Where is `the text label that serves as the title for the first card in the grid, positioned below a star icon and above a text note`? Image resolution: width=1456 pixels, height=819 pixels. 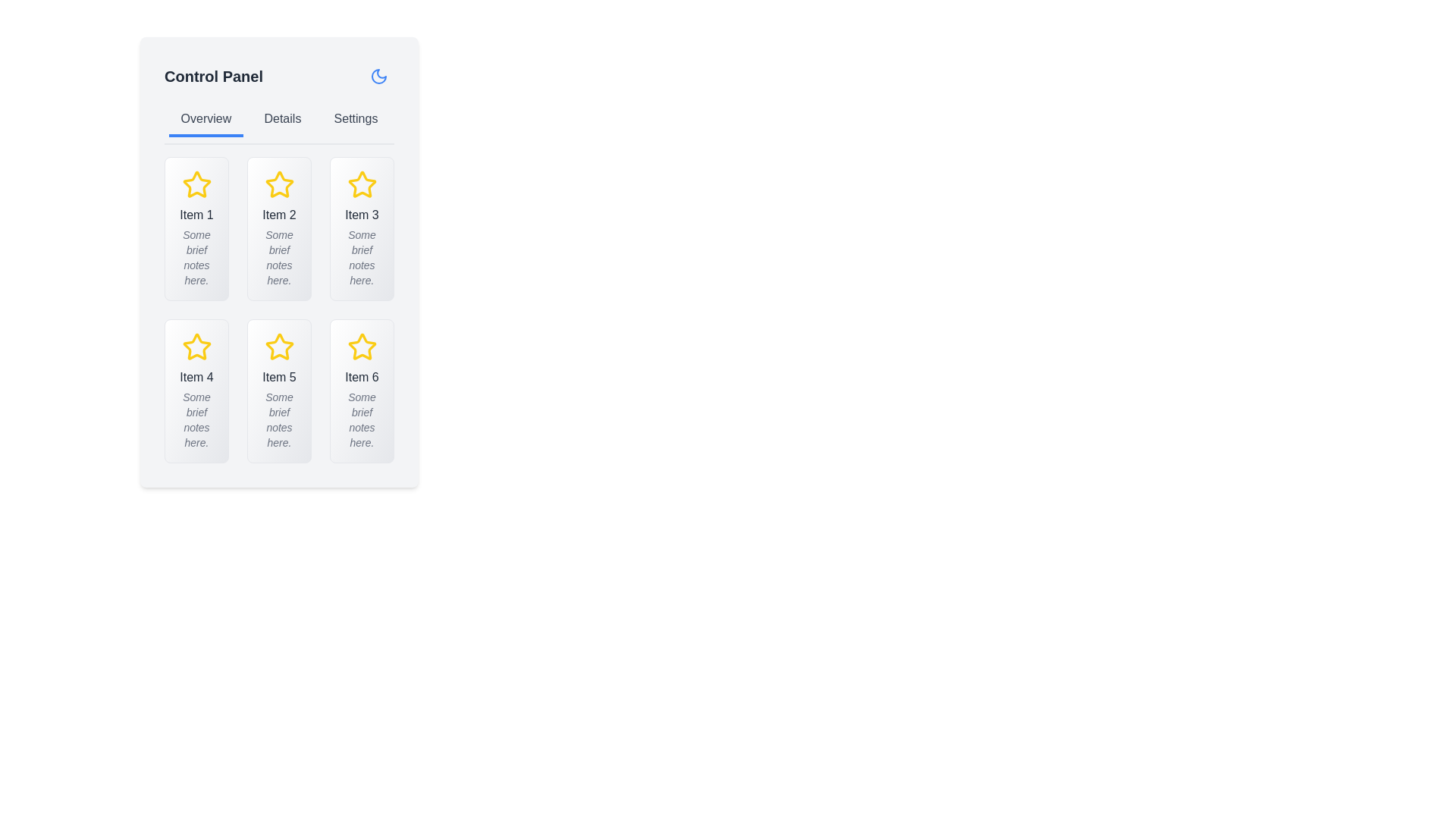 the text label that serves as the title for the first card in the grid, positioned below a star icon and above a text note is located at coordinates (196, 215).